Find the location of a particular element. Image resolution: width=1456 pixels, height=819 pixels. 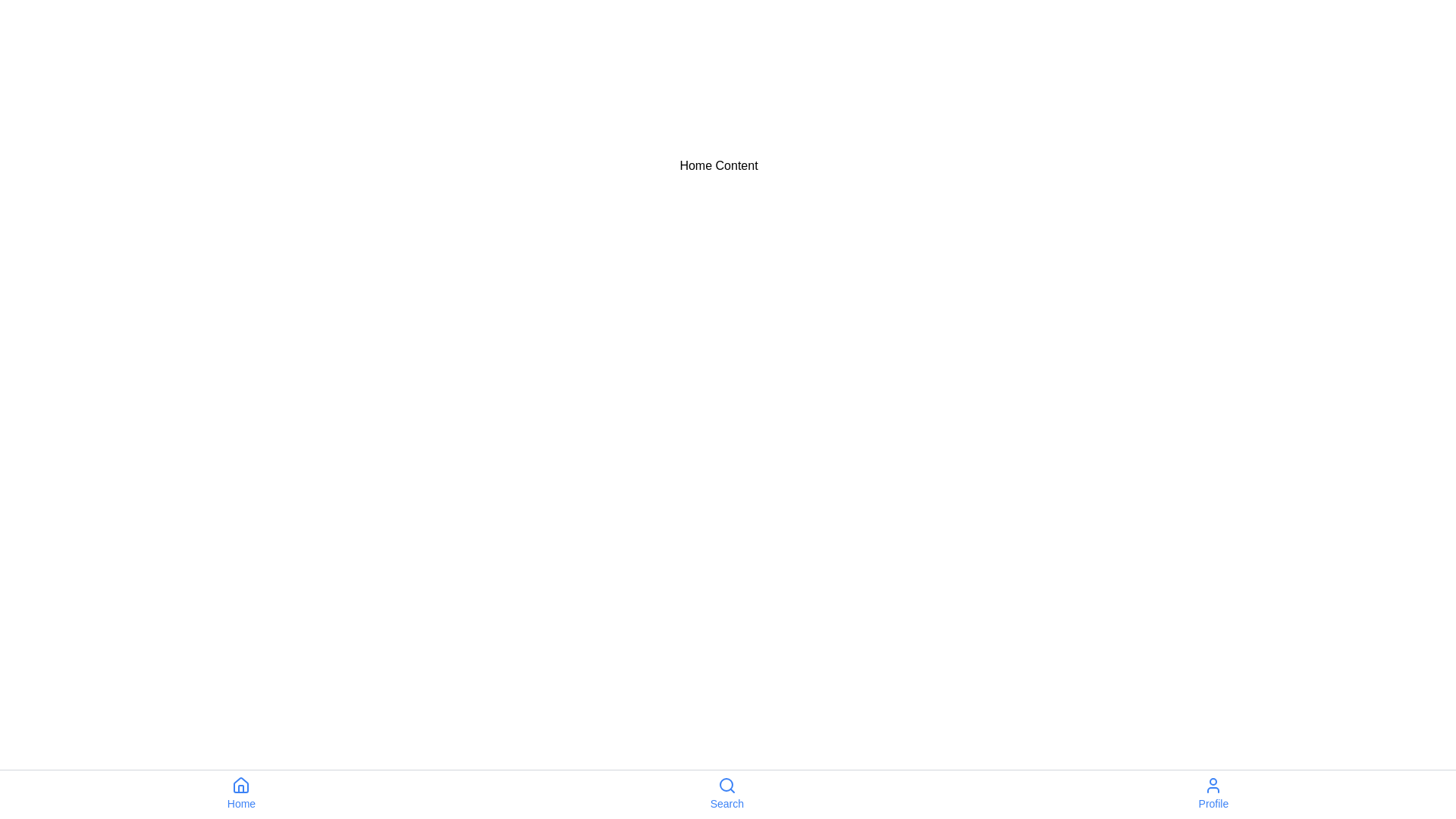

the house icon button in the bottom navigation bar is located at coordinates (240, 785).